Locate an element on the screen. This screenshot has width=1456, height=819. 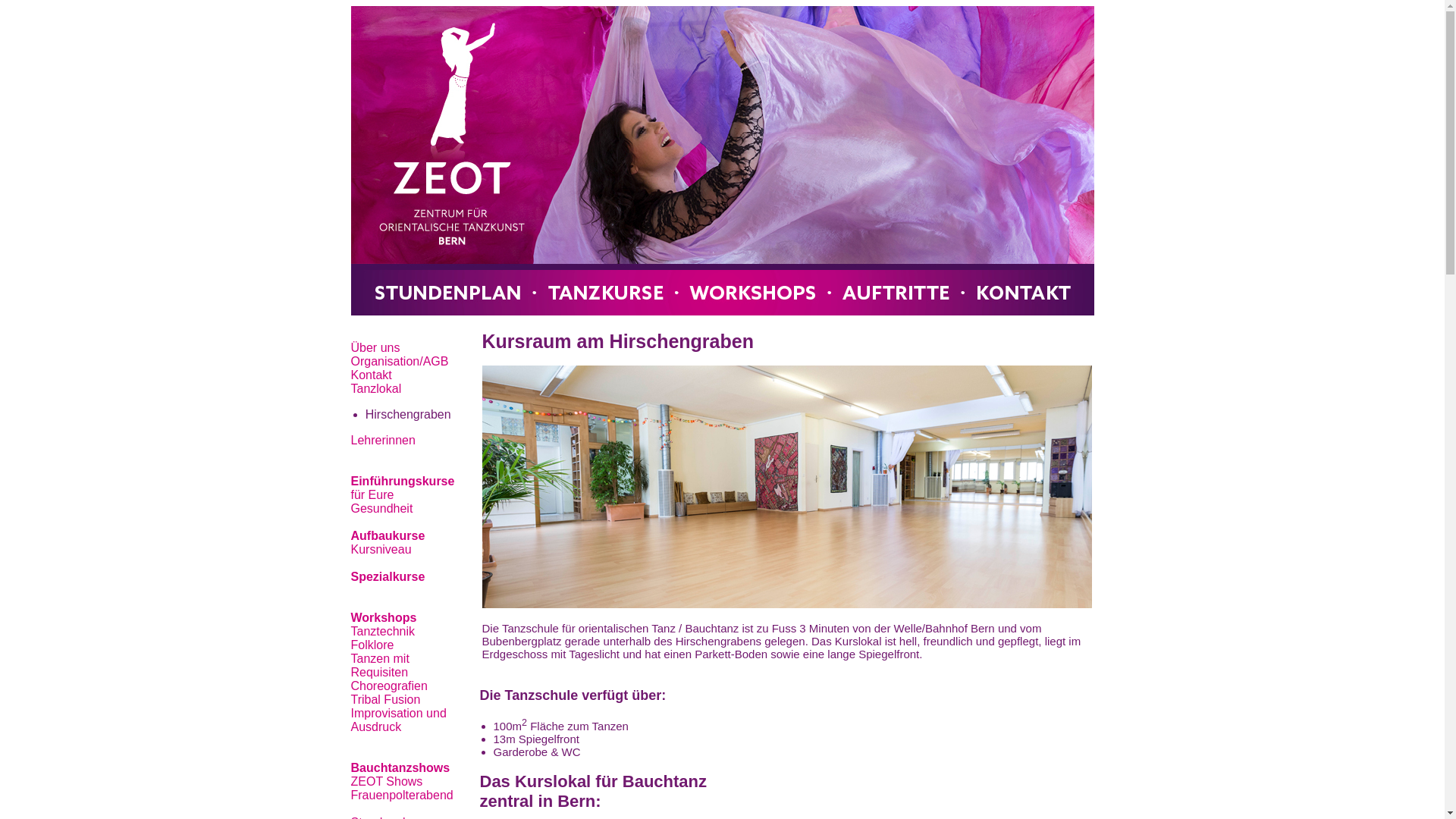
'Lehrerinnen' is located at coordinates (382, 440).